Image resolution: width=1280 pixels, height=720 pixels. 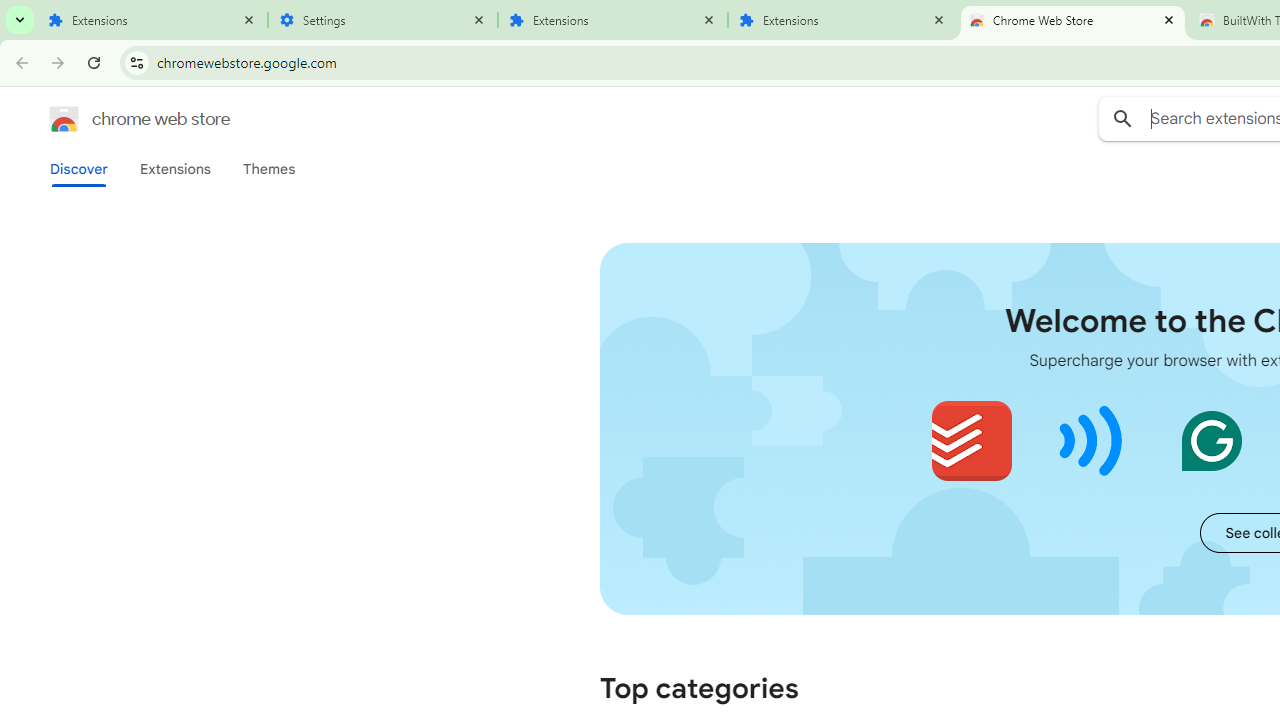 What do you see at coordinates (1210, 440) in the screenshot?
I see `'Grammarly: AI Writing and Grammar Checker App'` at bounding box center [1210, 440].